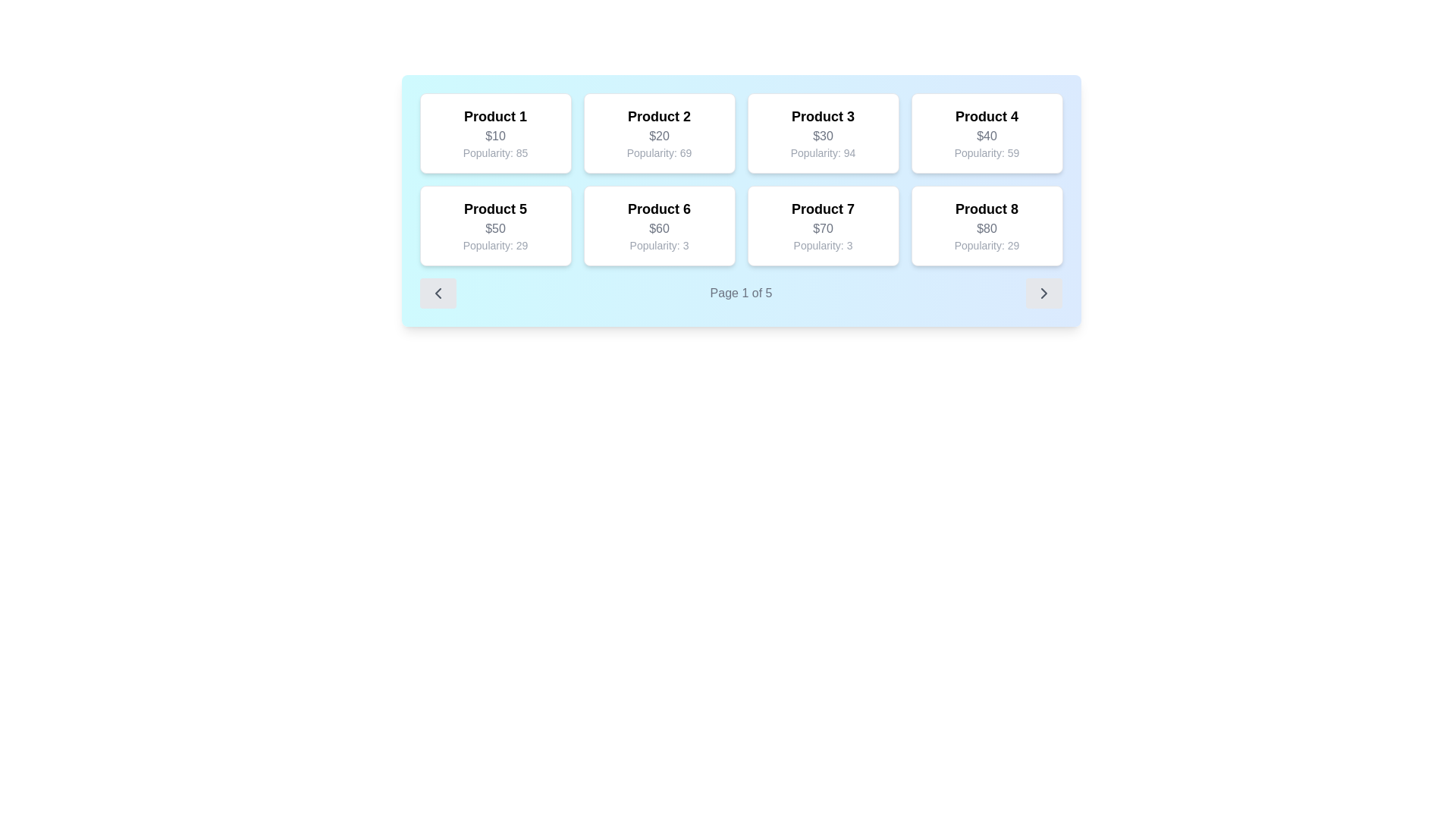 This screenshot has height=819, width=1456. Describe the element at coordinates (495, 245) in the screenshot. I see `the static text label displaying the popularity score of 'Product 5', located beneath the price text '$50'` at that location.